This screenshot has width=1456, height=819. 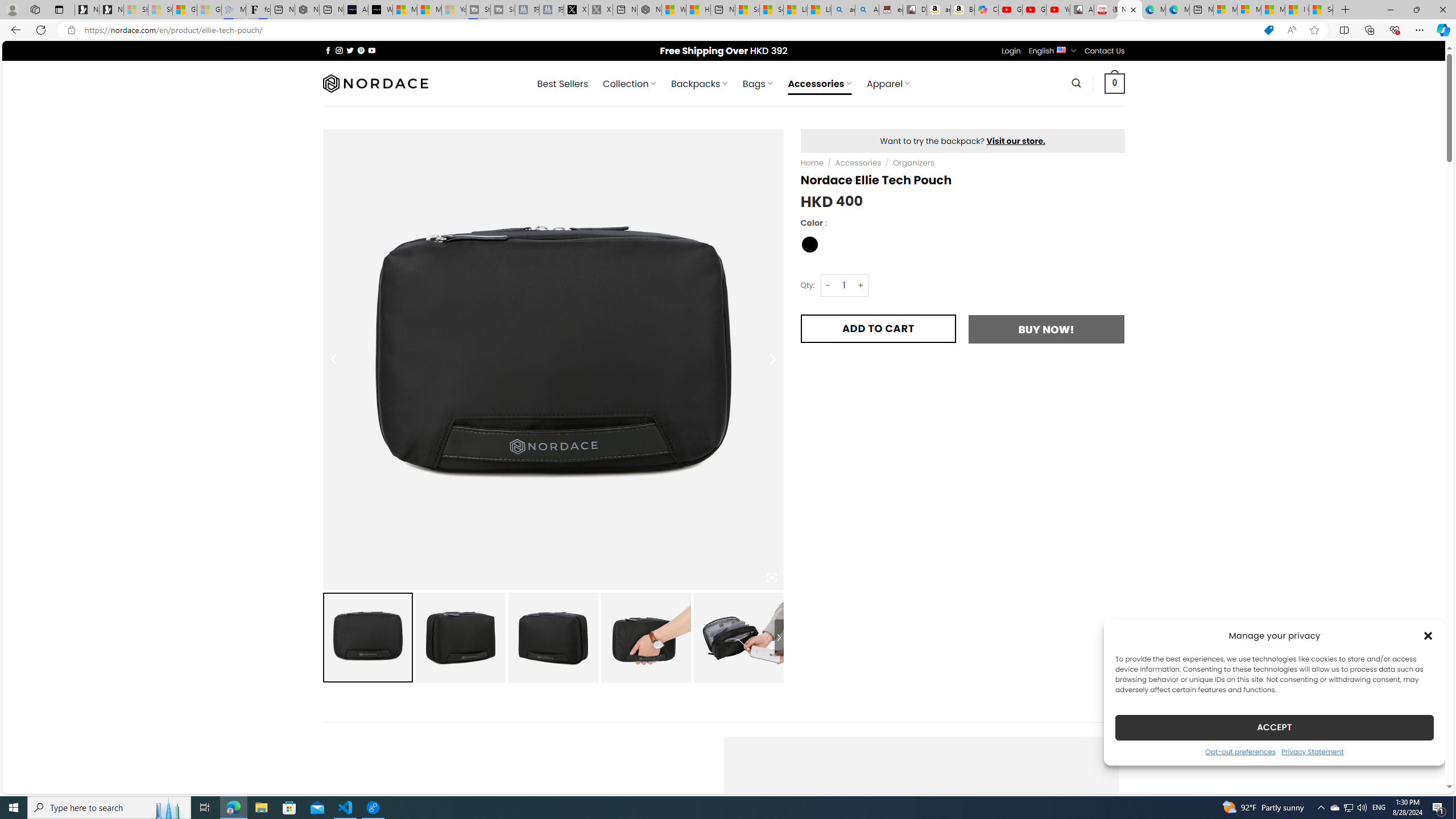 What do you see at coordinates (828, 285) in the screenshot?
I see `'-'` at bounding box center [828, 285].